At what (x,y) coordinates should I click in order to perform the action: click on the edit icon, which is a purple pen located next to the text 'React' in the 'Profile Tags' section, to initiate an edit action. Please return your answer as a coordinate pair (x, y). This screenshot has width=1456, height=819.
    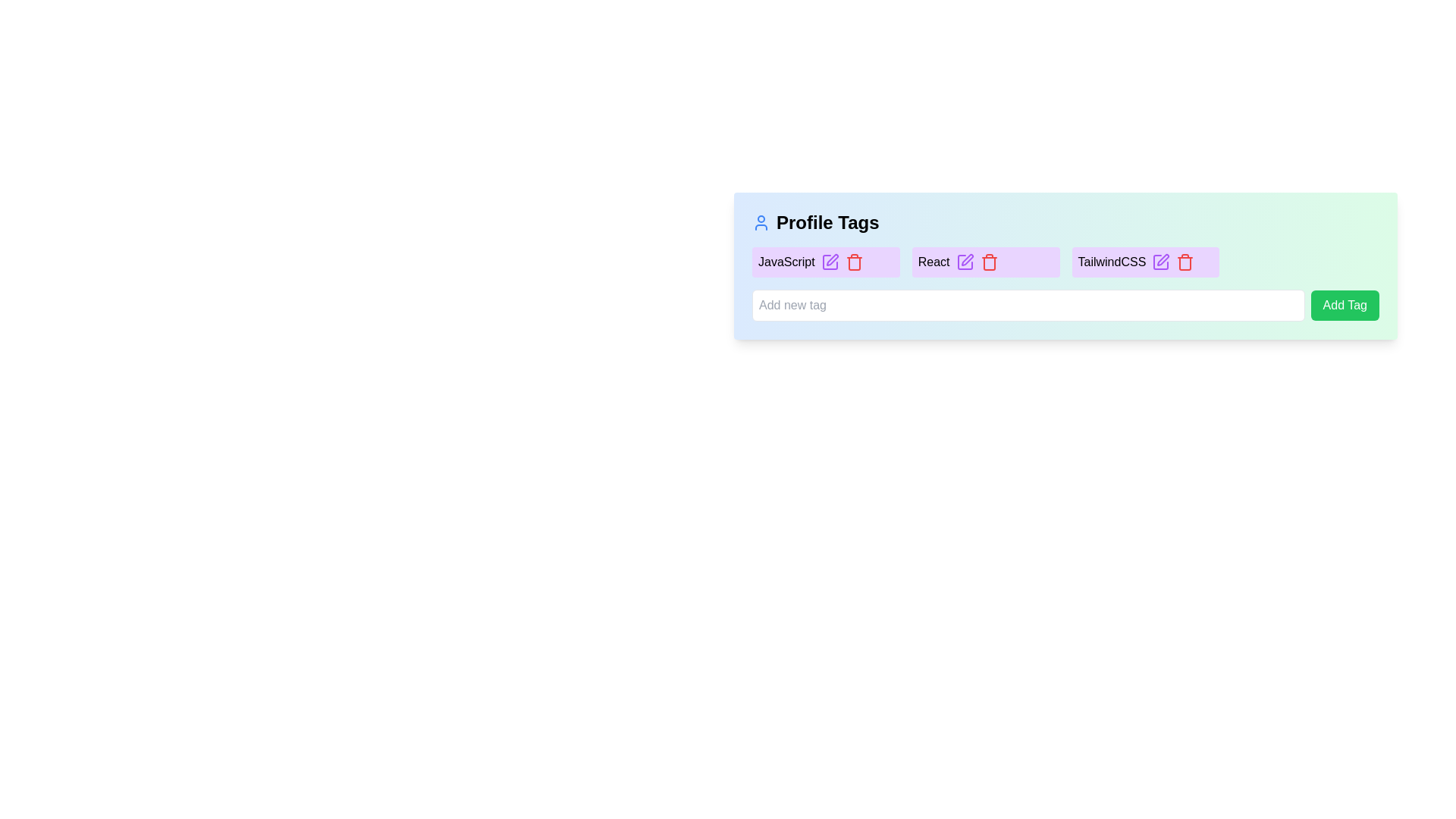
    Looking at the image, I should click on (964, 262).